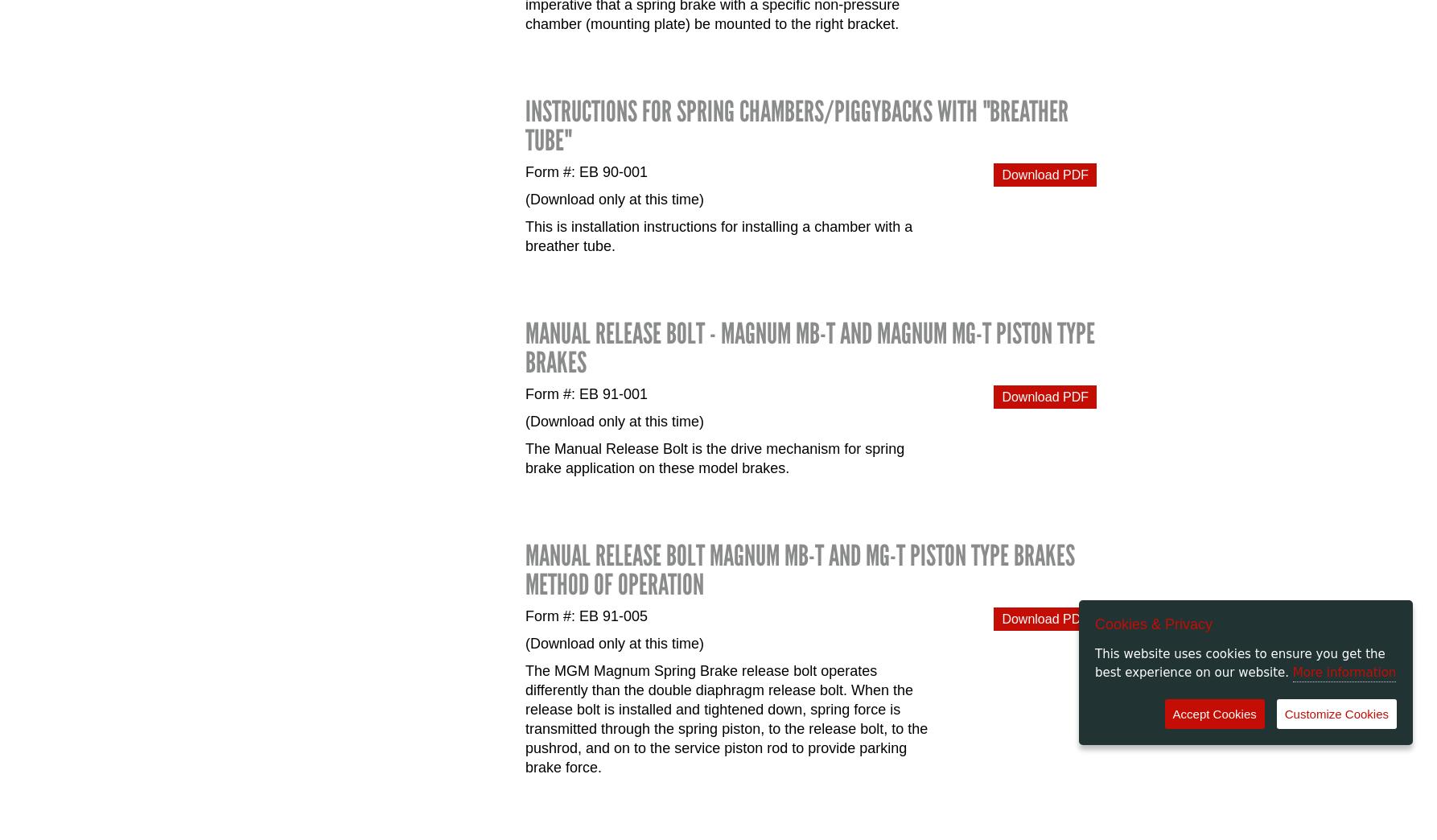 The height and width of the screenshot is (840, 1437). What do you see at coordinates (727, 719) in the screenshot?
I see `'The MGM Magnum Spring Brake release bolt operates differently than the double diaphragm release bolt. When the release bolt is installed and tightened down, spring force is transmitted through the spring piston, to the release bolt, to the pushrod, and on to the service piston rod to provide parking brake force.'` at bounding box center [727, 719].